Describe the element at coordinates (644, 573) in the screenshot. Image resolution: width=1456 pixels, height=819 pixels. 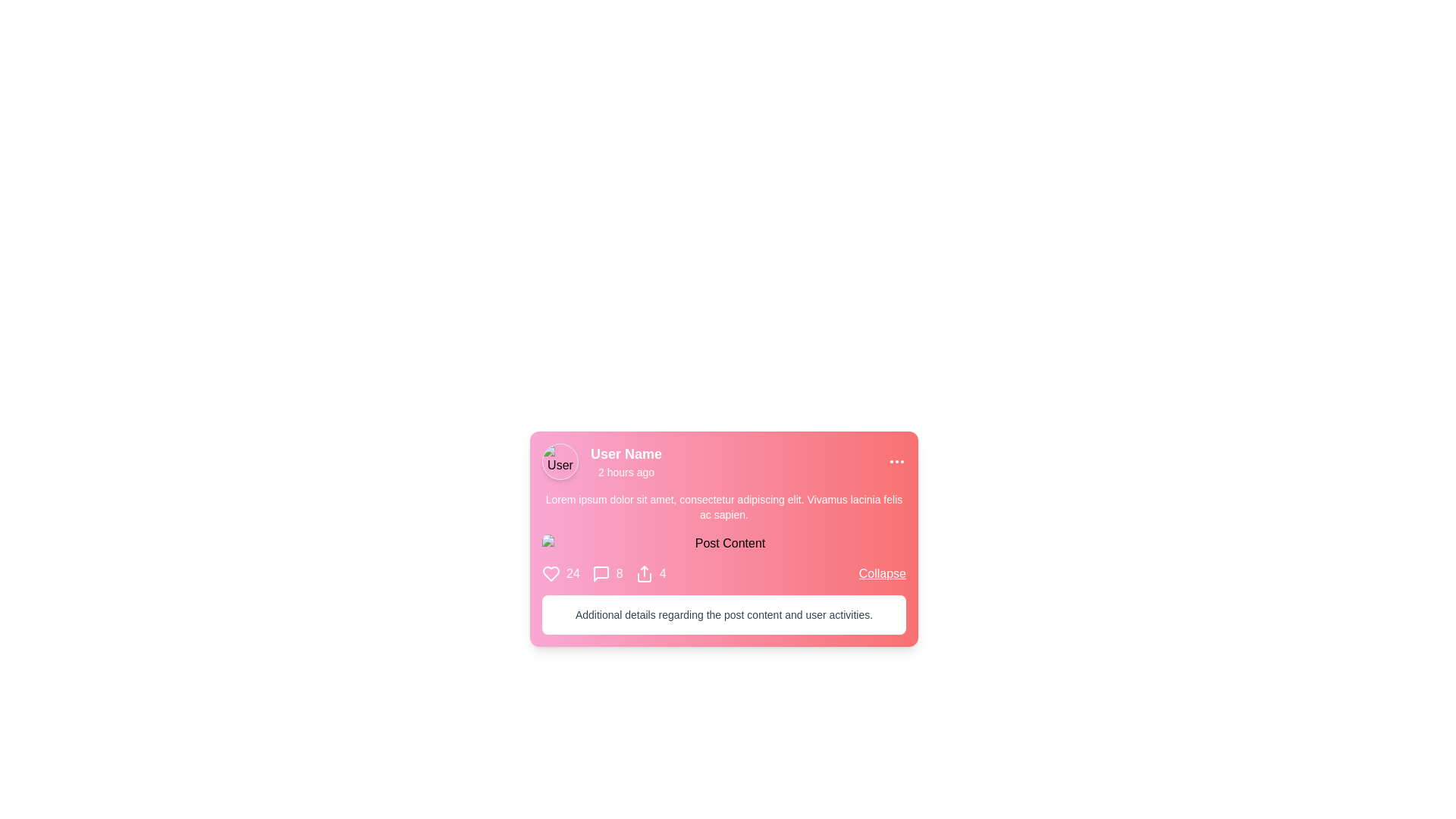
I see `the share button icon represented by an upward-pointing arrow in the lower center area of the post card` at that location.